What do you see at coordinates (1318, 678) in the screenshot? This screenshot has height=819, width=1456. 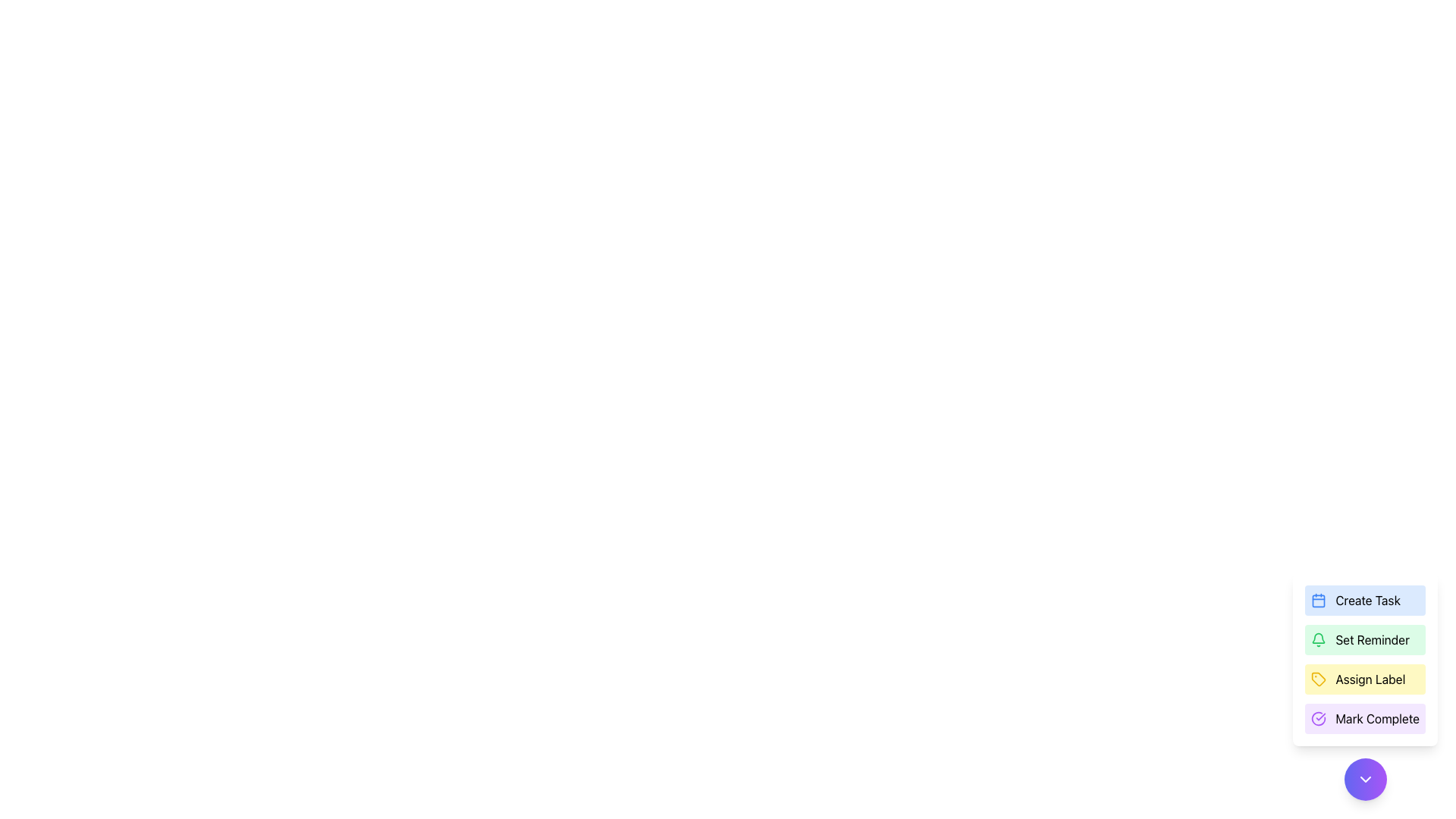 I see `the yellow tag icon within the 'Assign Label' menu option` at bounding box center [1318, 678].